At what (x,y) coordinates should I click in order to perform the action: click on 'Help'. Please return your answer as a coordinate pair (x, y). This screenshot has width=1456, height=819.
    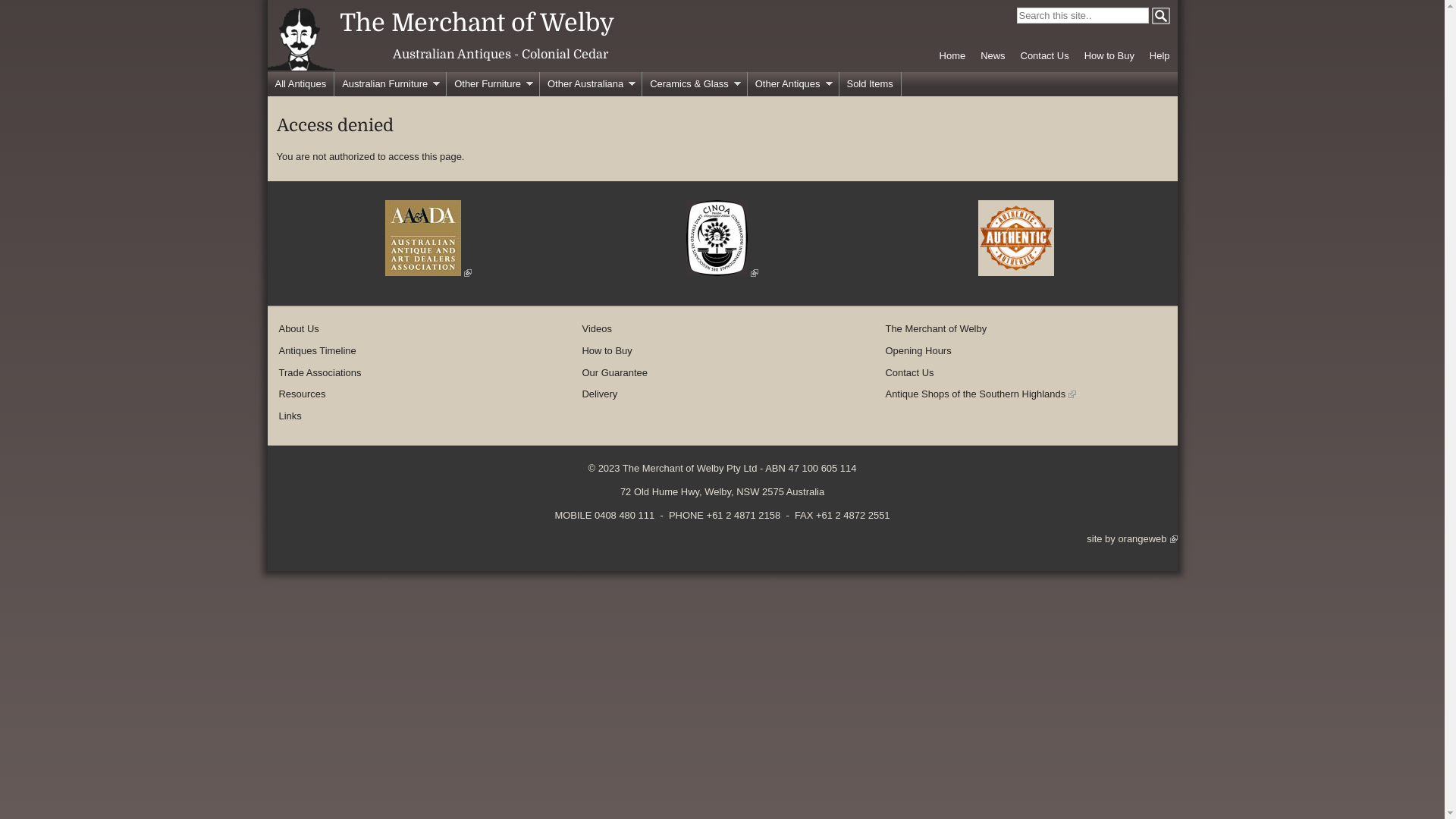
    Looking at the image, I should click on (1159, 55).